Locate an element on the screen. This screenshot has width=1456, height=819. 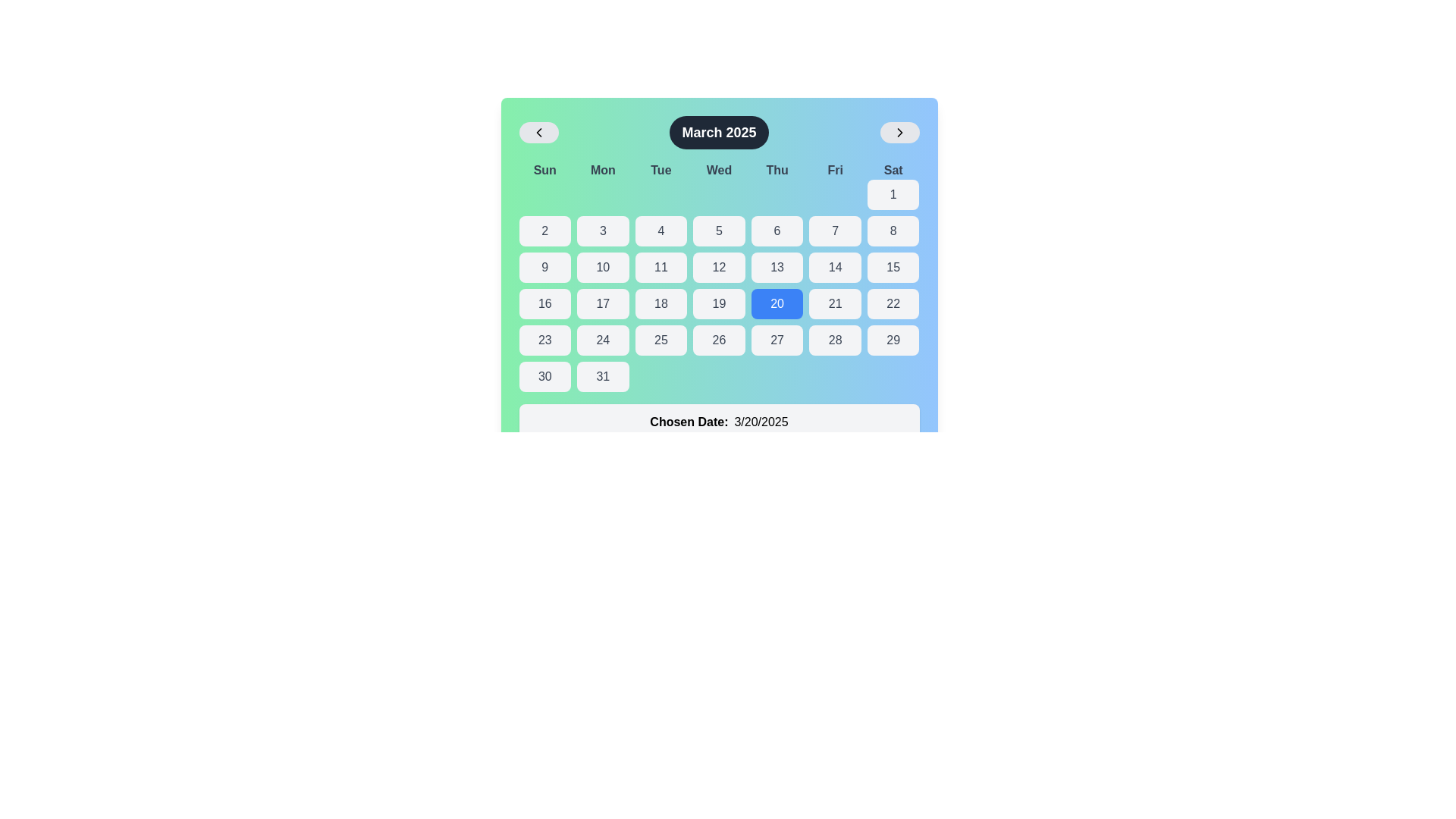
the text display element that shows 'Chosen Date: 3/20/2025', which is styled with bold text for 'Chosen Date:' and standard text for the date, located below the calendar grid is located at coordinates (718, 422).